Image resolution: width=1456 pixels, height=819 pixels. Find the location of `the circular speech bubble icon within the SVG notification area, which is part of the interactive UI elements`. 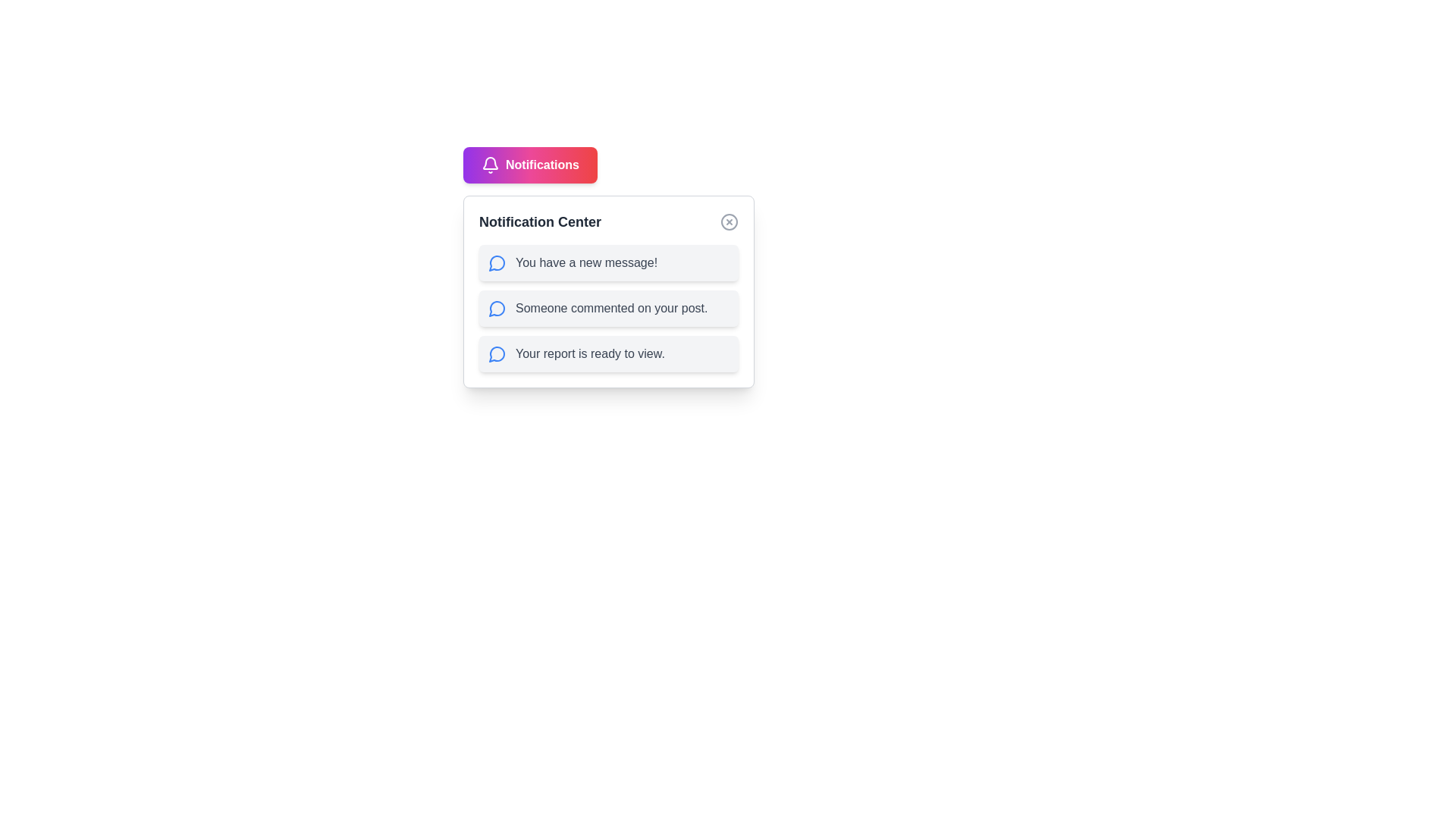

the circular speech bubble icon within the SVG notification area, which is part of the interactive UI elements is located at coordinates (497, 354).